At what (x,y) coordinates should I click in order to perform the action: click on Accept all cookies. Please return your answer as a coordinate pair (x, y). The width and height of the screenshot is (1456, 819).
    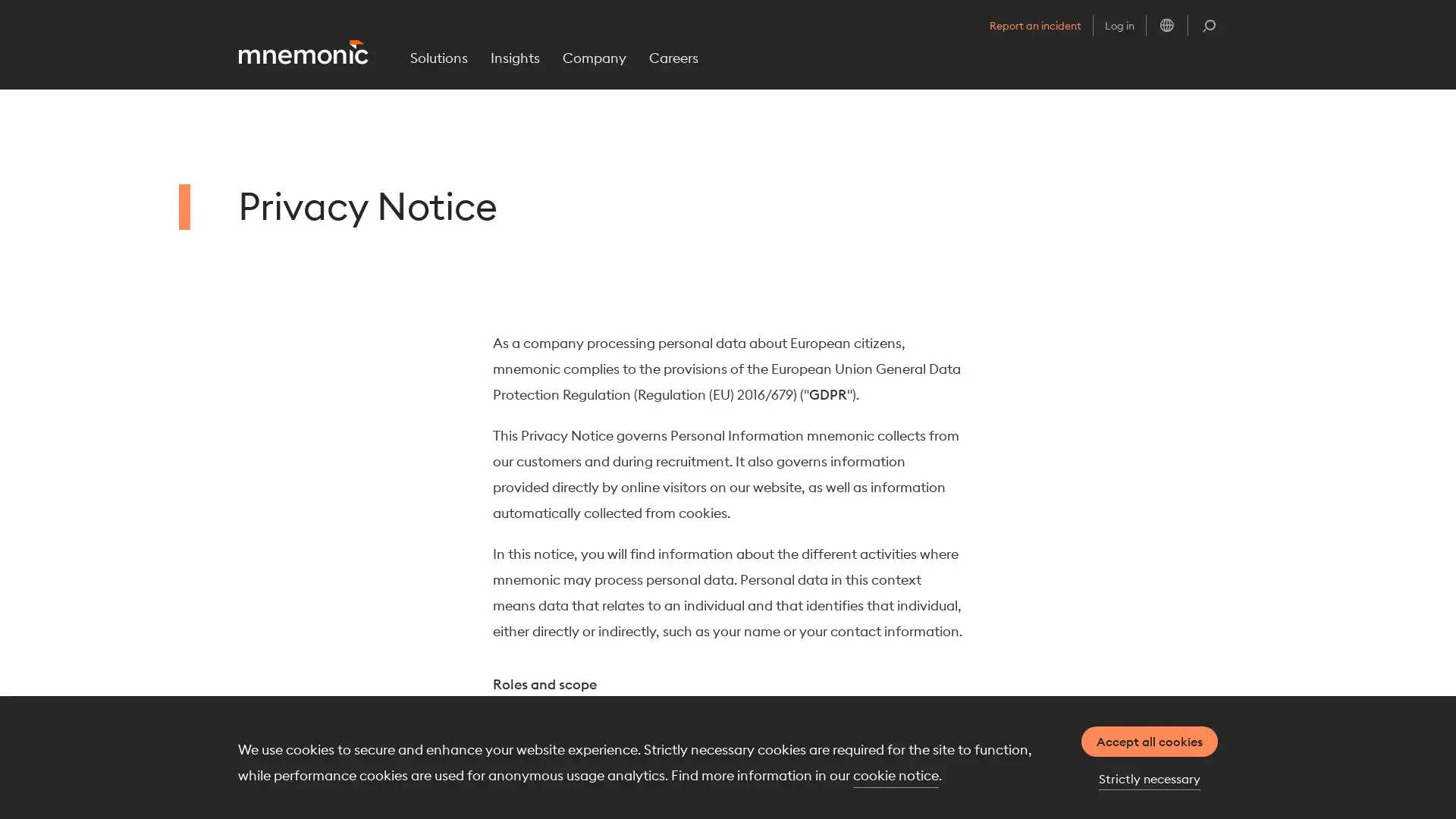
    Looking at the image, I should click on (1150, 741).